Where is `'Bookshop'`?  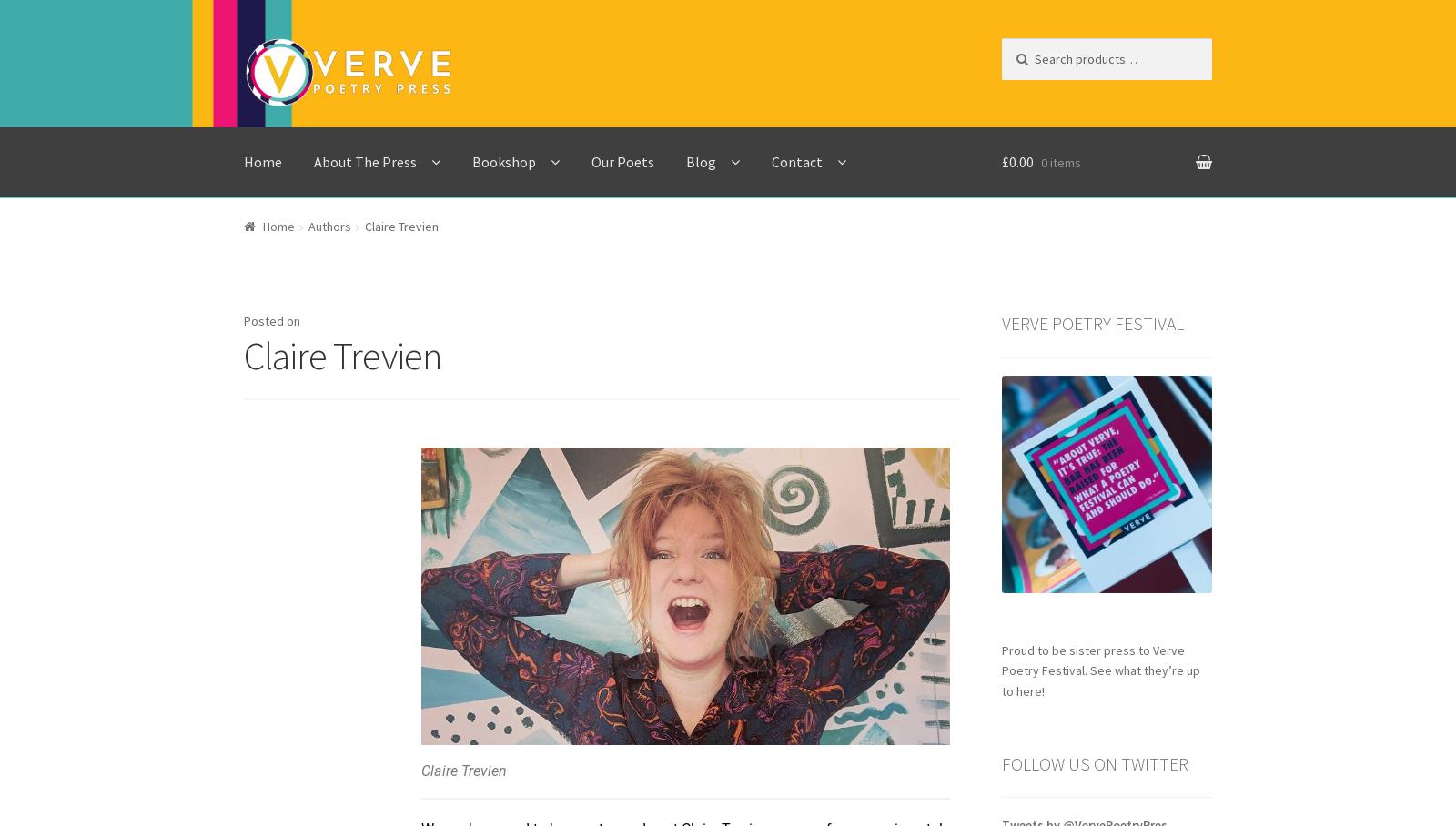
'Bookshop' is located at coordinates (503, 159).